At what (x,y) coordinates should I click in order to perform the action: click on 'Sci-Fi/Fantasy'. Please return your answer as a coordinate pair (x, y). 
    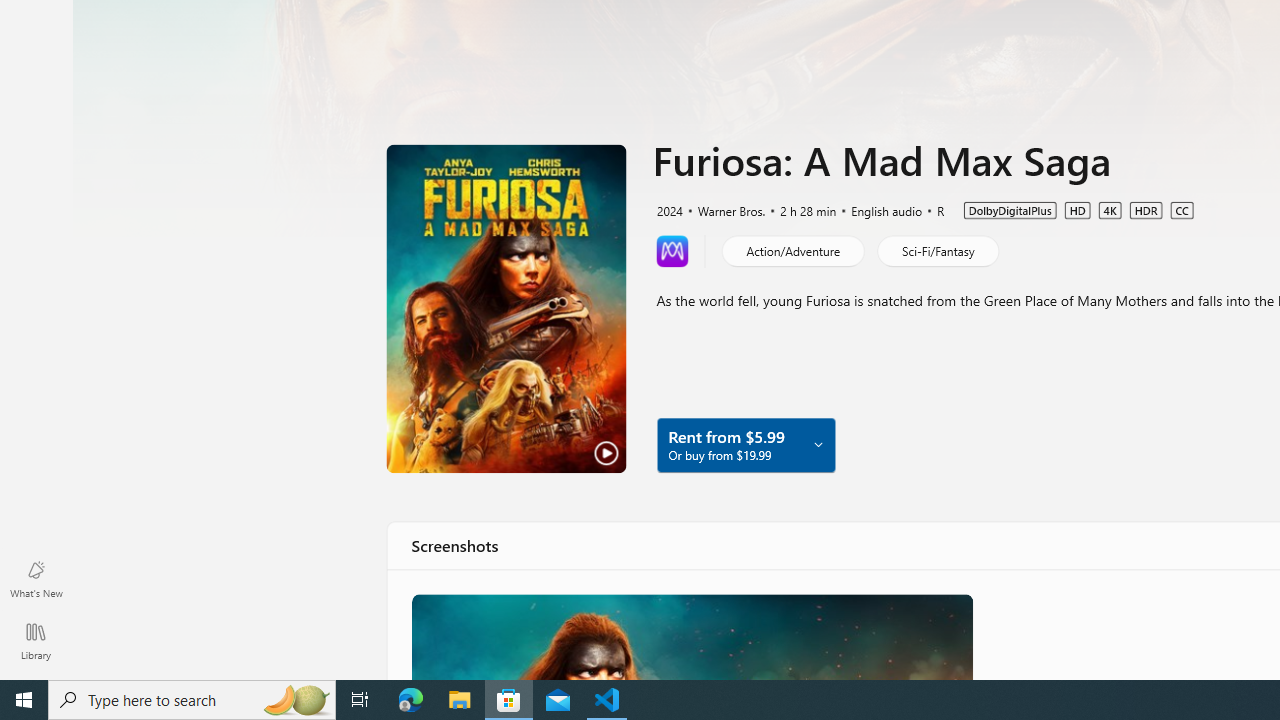
    Looking at the image, I should click on (936, 249).